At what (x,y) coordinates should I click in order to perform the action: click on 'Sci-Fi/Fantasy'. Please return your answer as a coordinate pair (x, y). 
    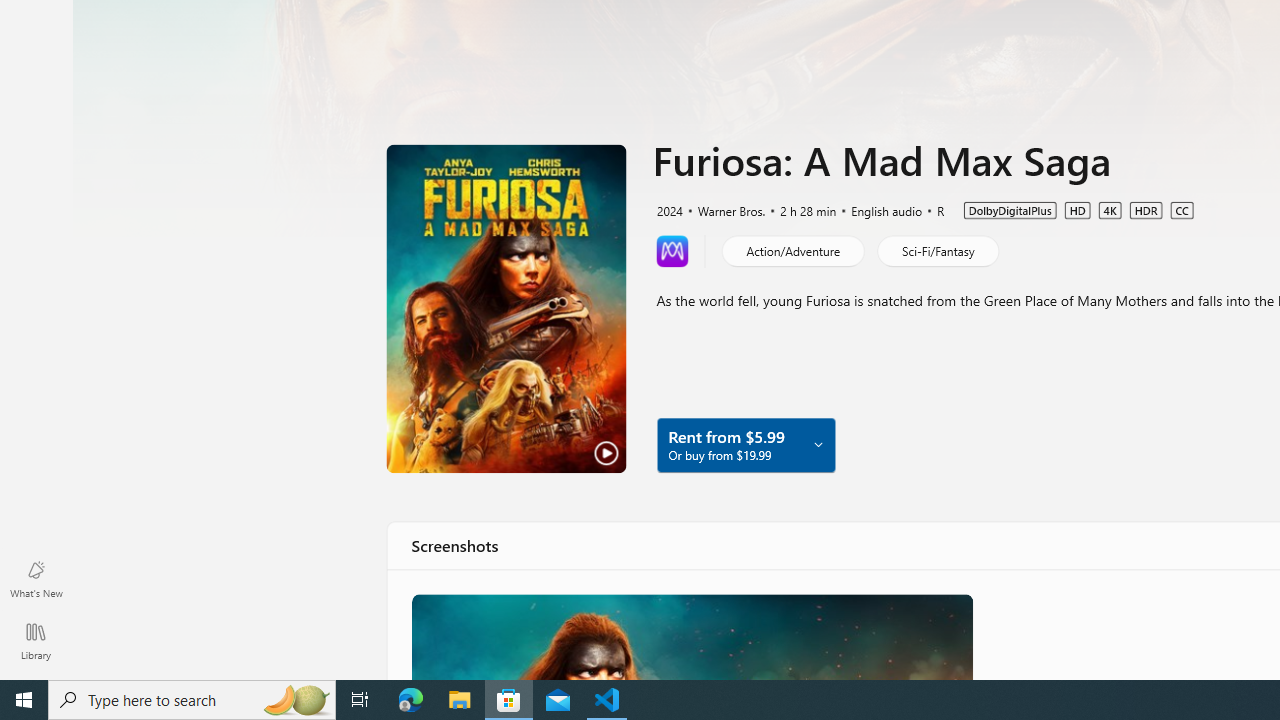
    Looking at the image, I should click on (936, 249).